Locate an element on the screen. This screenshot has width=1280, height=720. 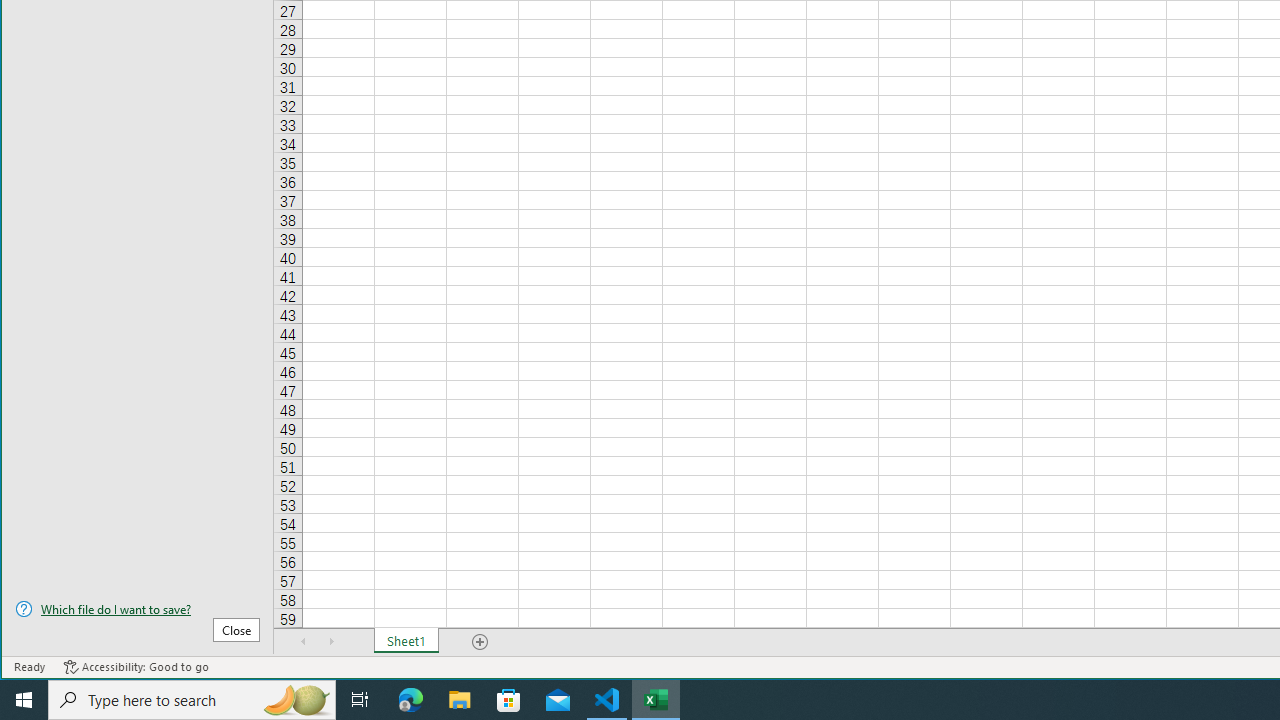
'Type here to search' is located at coordinates (192, 698).